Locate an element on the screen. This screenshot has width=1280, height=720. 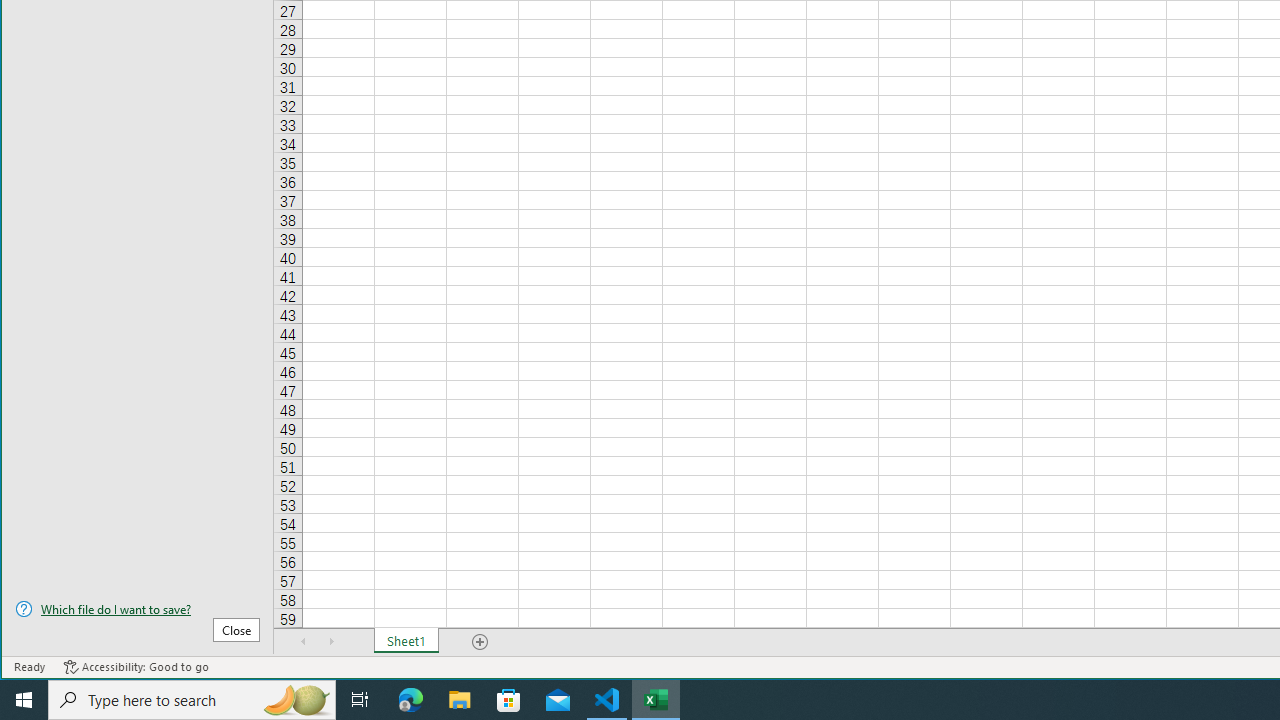
'Type here to search' is located at coordinates (192, 698).